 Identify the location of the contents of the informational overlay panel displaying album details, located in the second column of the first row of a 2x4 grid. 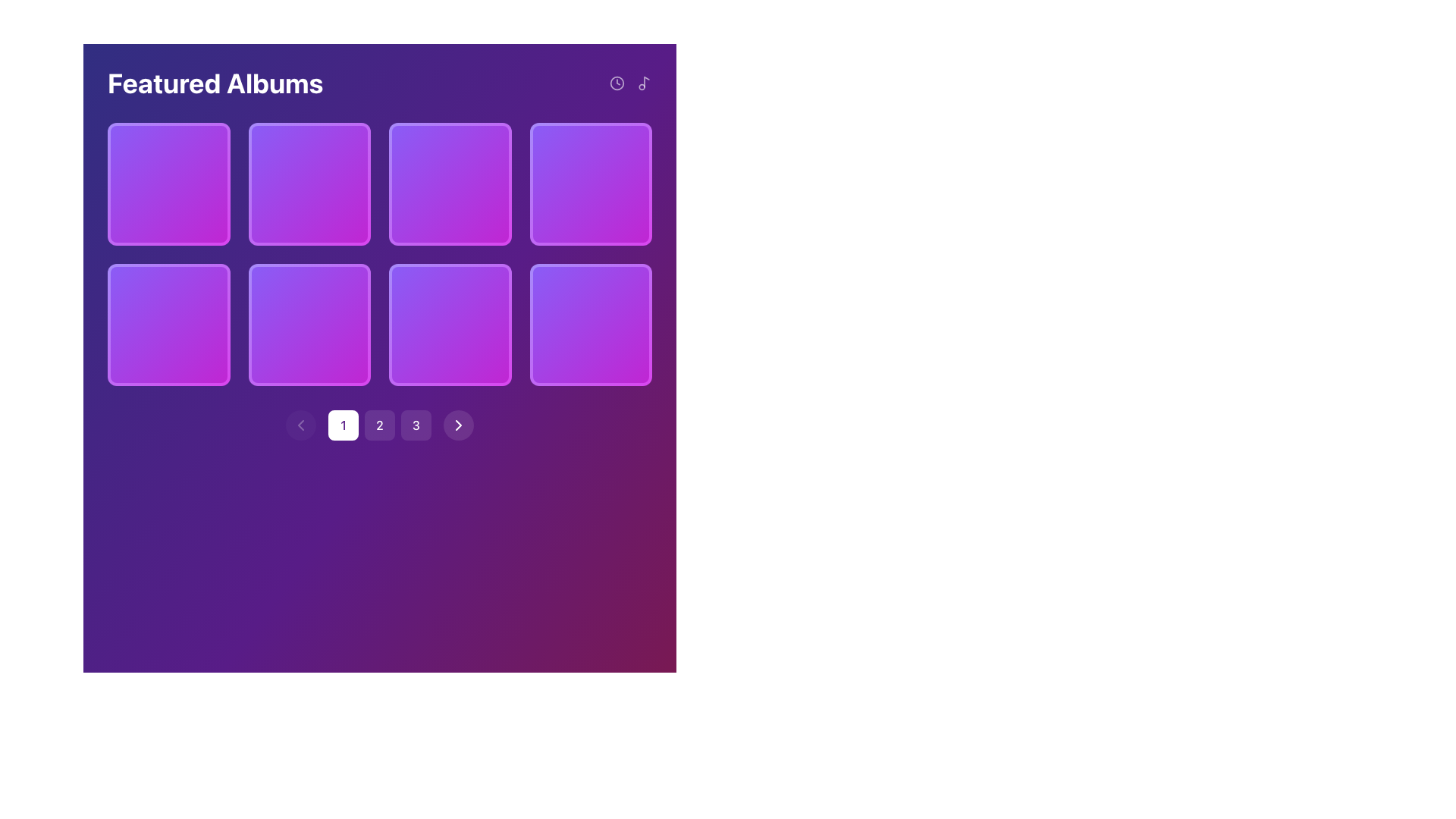
(309, 202).